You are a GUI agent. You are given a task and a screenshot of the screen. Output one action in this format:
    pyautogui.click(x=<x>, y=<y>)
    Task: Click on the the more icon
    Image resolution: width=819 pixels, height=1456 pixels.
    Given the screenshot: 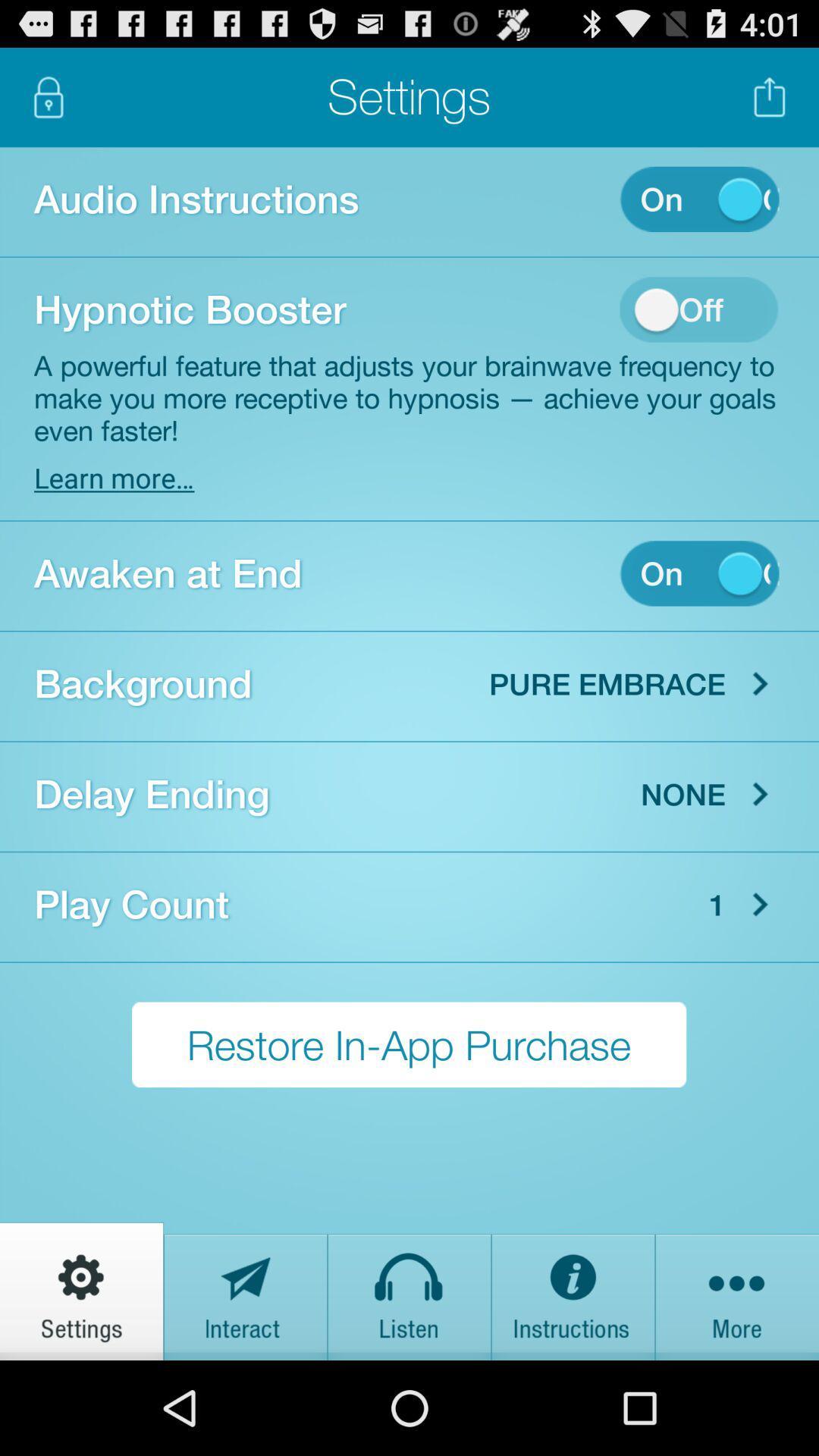 What is the action you would take?
    pyautogui.click(x=736, y=1381)
    